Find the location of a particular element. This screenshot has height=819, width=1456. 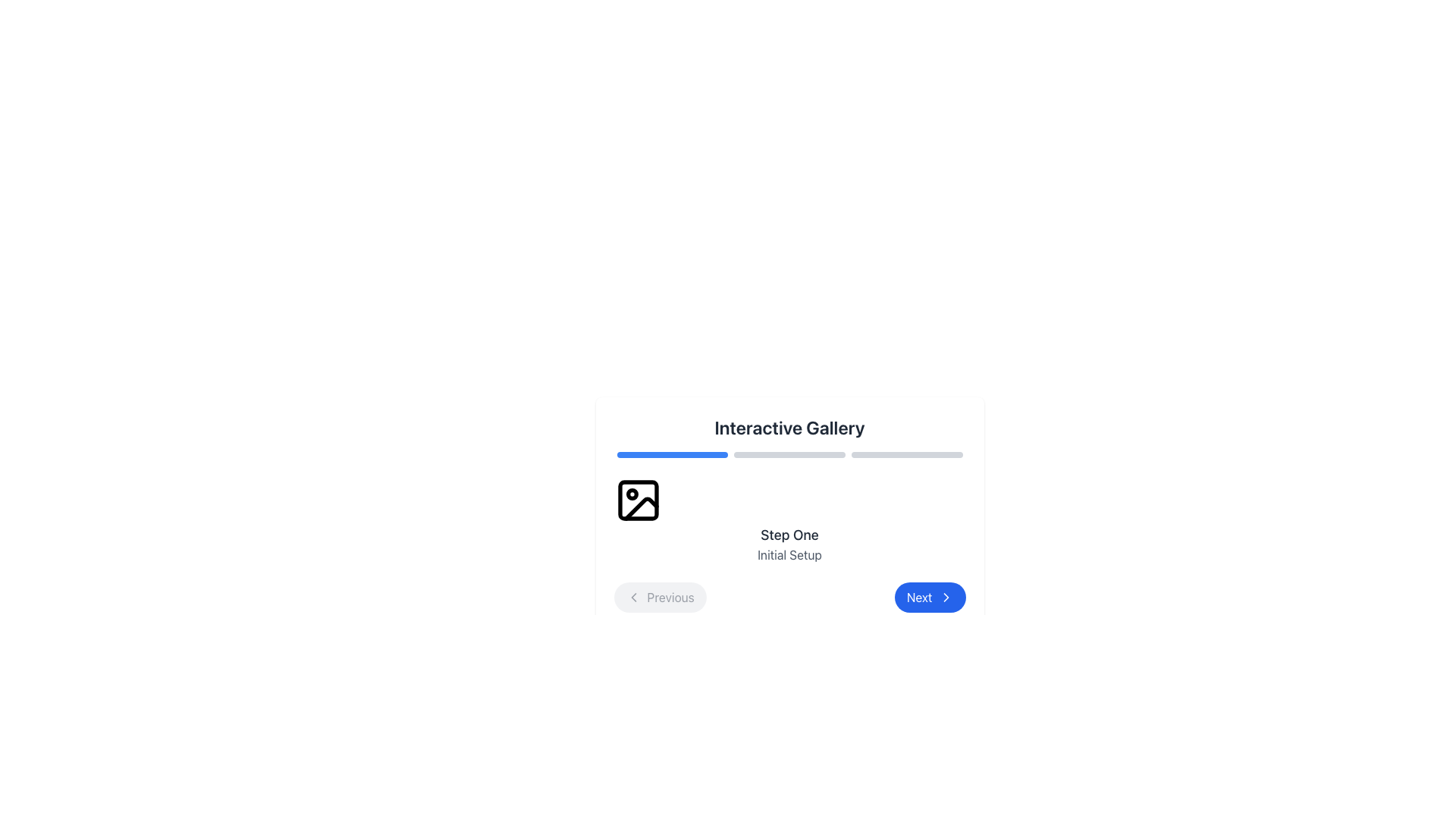

the rightmost progress segment, which is a horizontally elongated rectangle with rounded edges styled in gray, located near the top of the interface is located at coordinates (907, 454).